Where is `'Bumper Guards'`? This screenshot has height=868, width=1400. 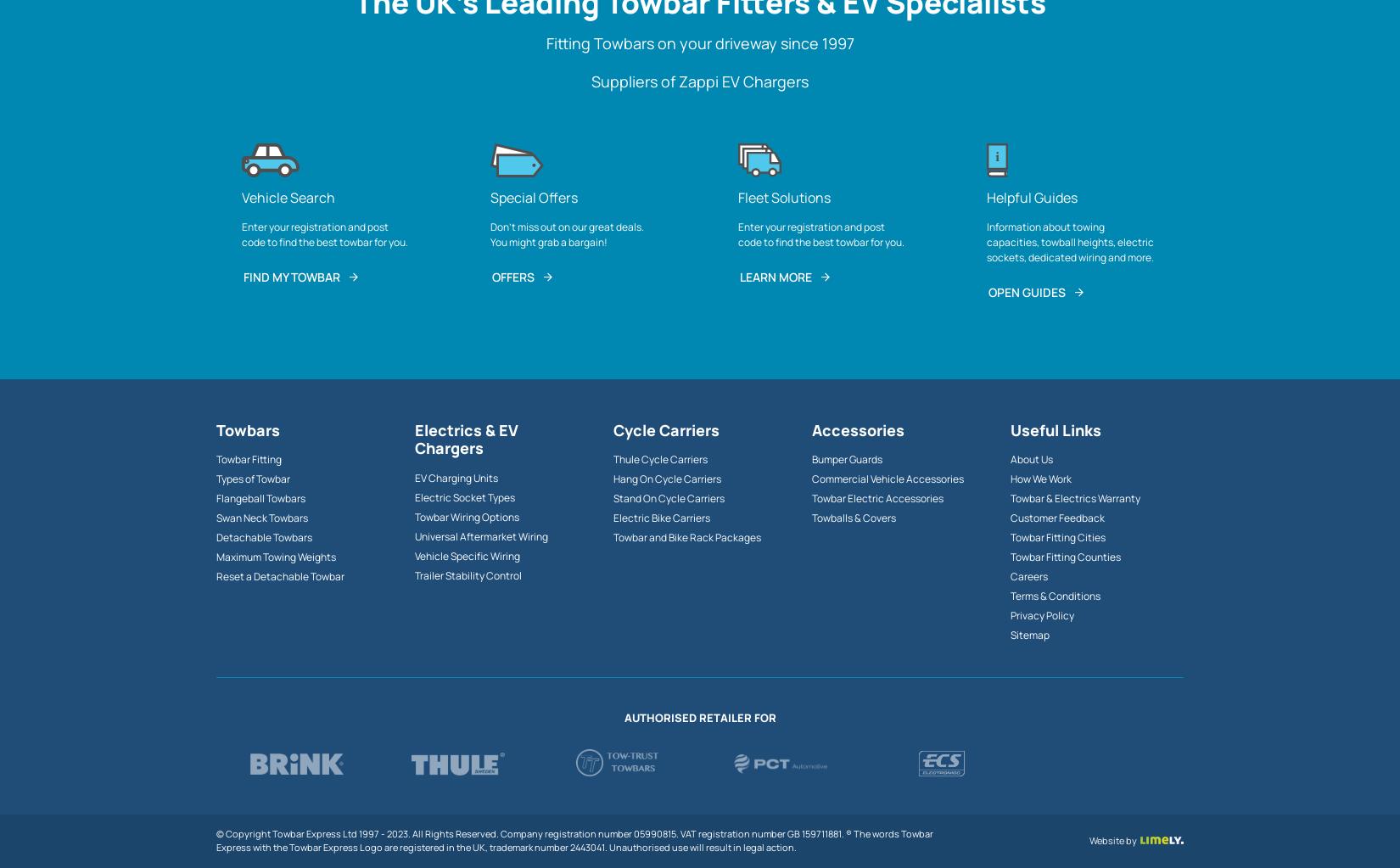
'Bumper Guards' is located at coordinates (847, 458).